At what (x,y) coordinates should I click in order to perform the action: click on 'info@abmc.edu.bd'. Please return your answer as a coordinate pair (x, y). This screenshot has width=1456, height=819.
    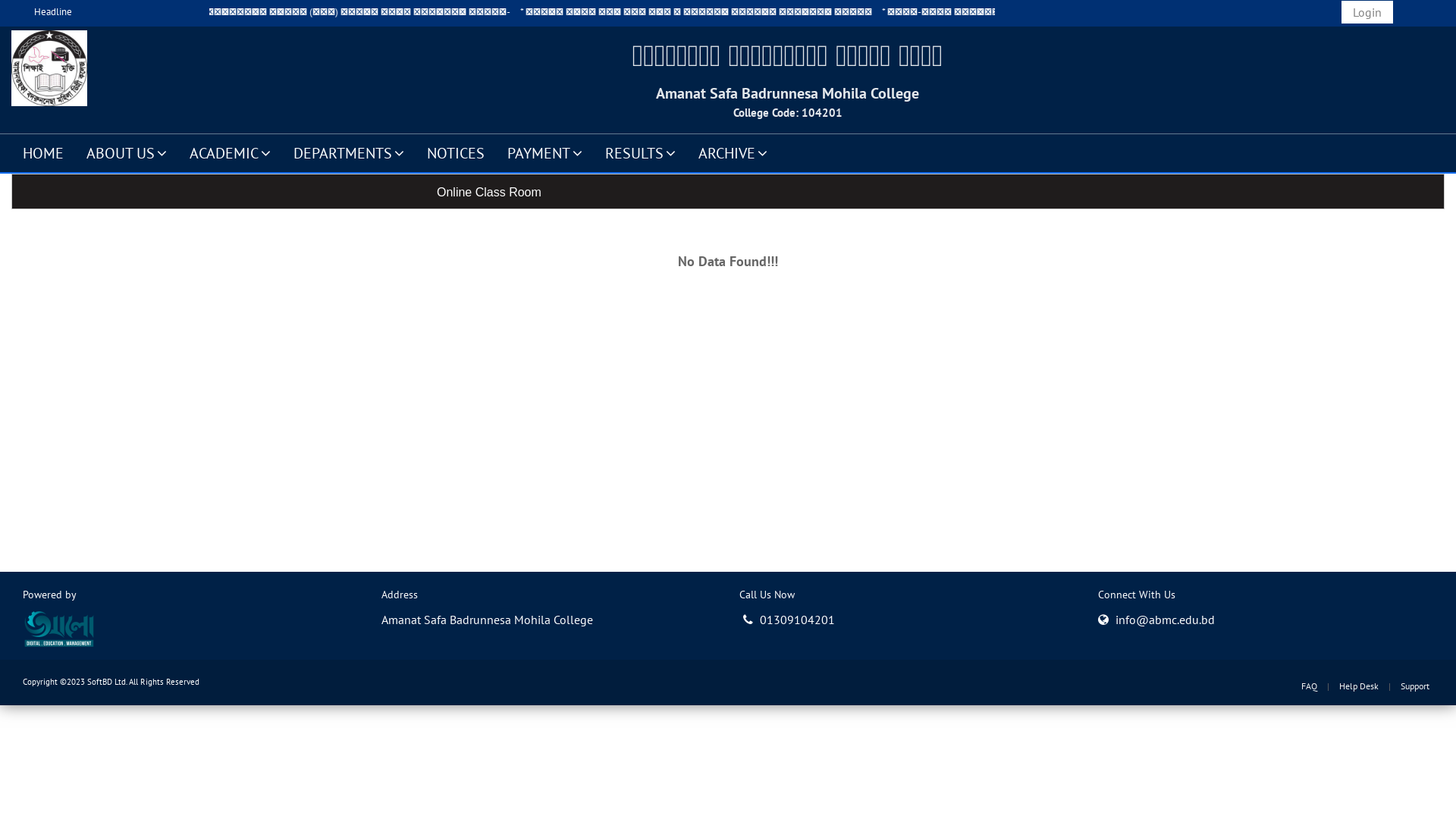
    Looking at the image, I should click on (1114, 619).